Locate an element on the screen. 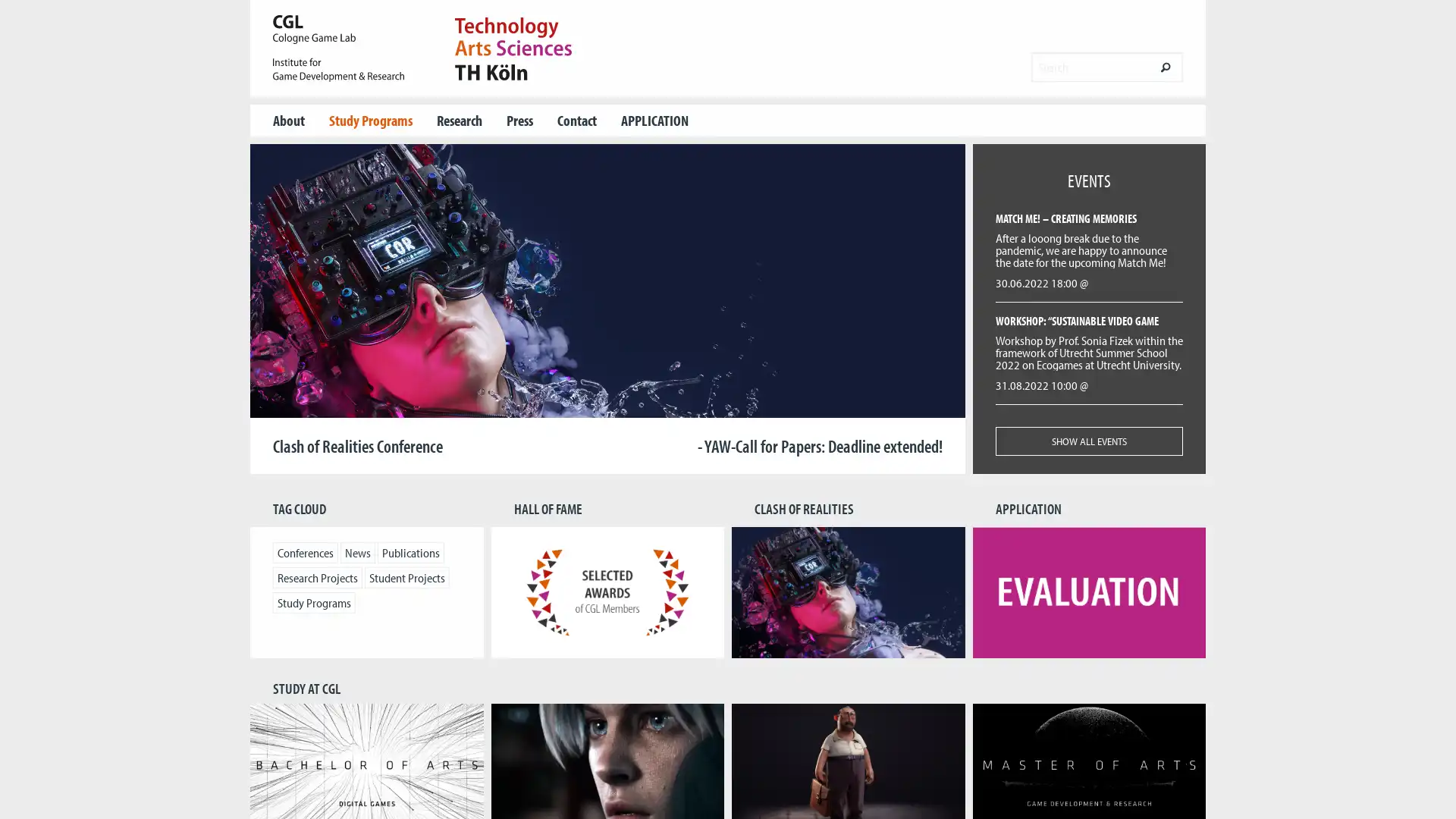 The width and height of the screenshot is (1456, 819). Greening Games is located at coordinates (615, 405).